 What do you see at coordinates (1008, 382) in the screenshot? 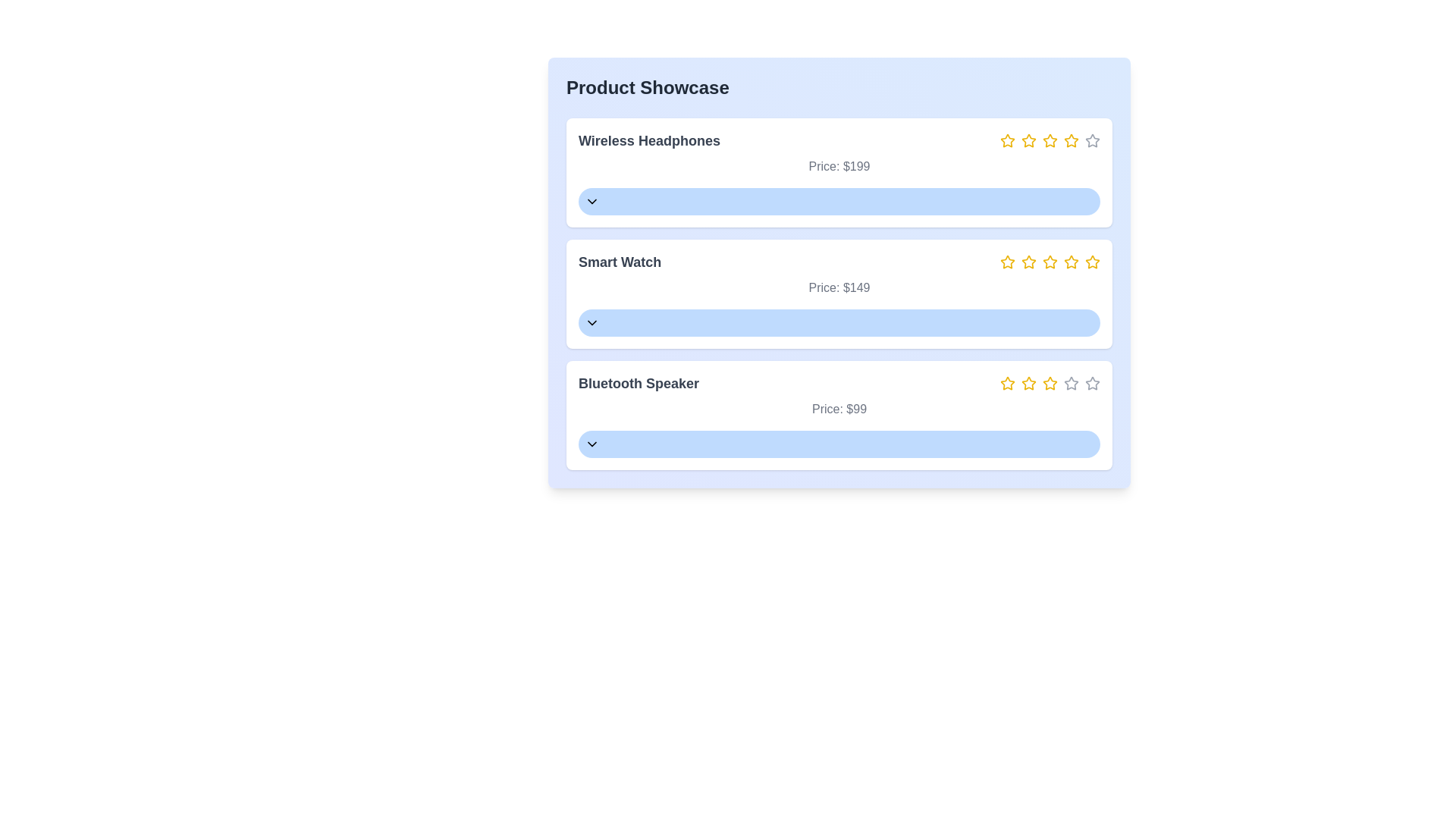
I see `the first yellow star icon in the ratings section of the Bluetooth Speaker entry to rate it` at bounding box center [1008, 382].